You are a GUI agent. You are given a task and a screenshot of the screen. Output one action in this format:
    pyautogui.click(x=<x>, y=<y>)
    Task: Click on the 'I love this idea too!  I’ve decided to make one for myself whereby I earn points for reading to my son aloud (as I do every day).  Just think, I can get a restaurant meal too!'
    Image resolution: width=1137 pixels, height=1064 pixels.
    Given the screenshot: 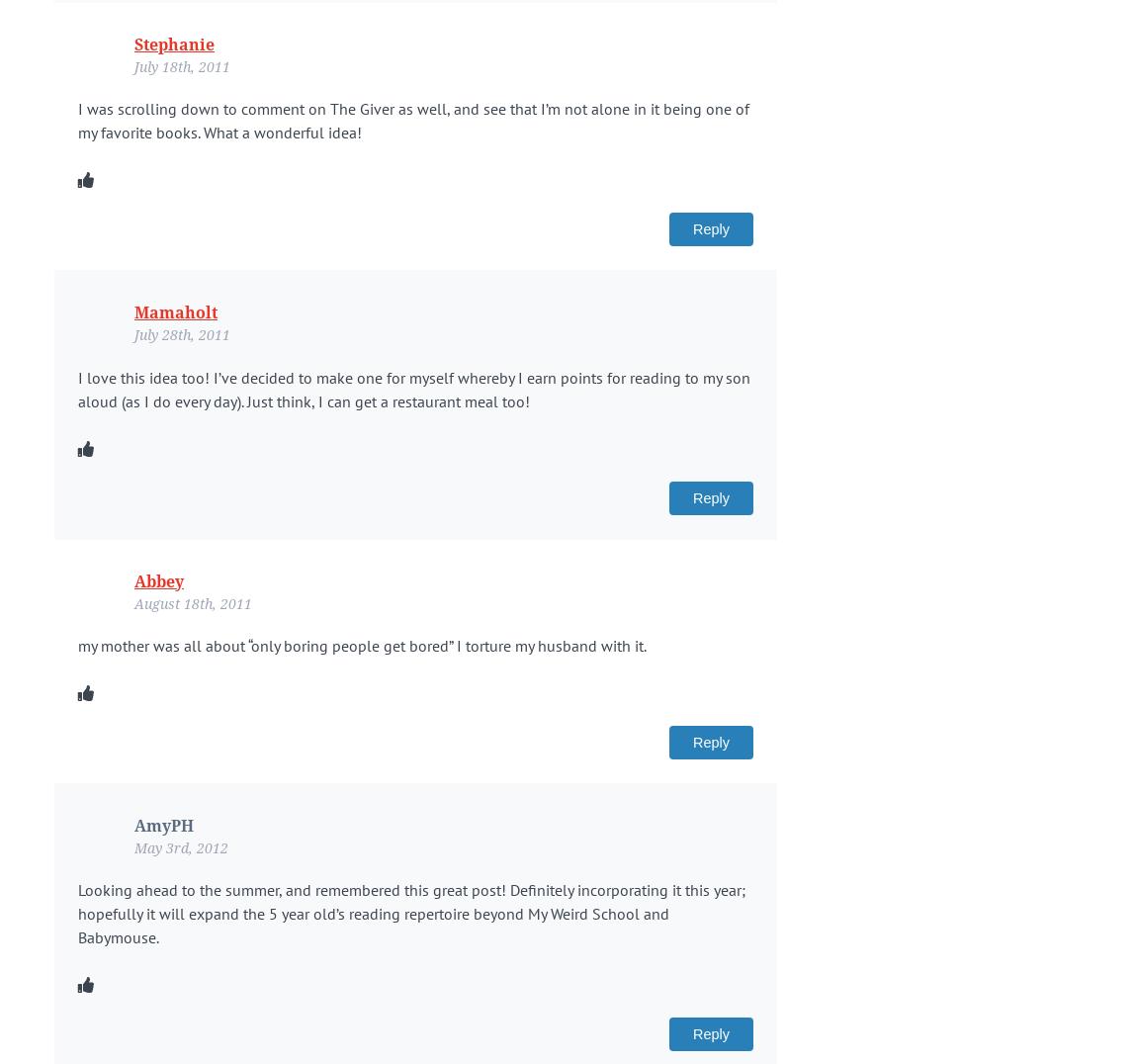 What is the action you would take?
    pyautogui.click(x=413, y=387)
    